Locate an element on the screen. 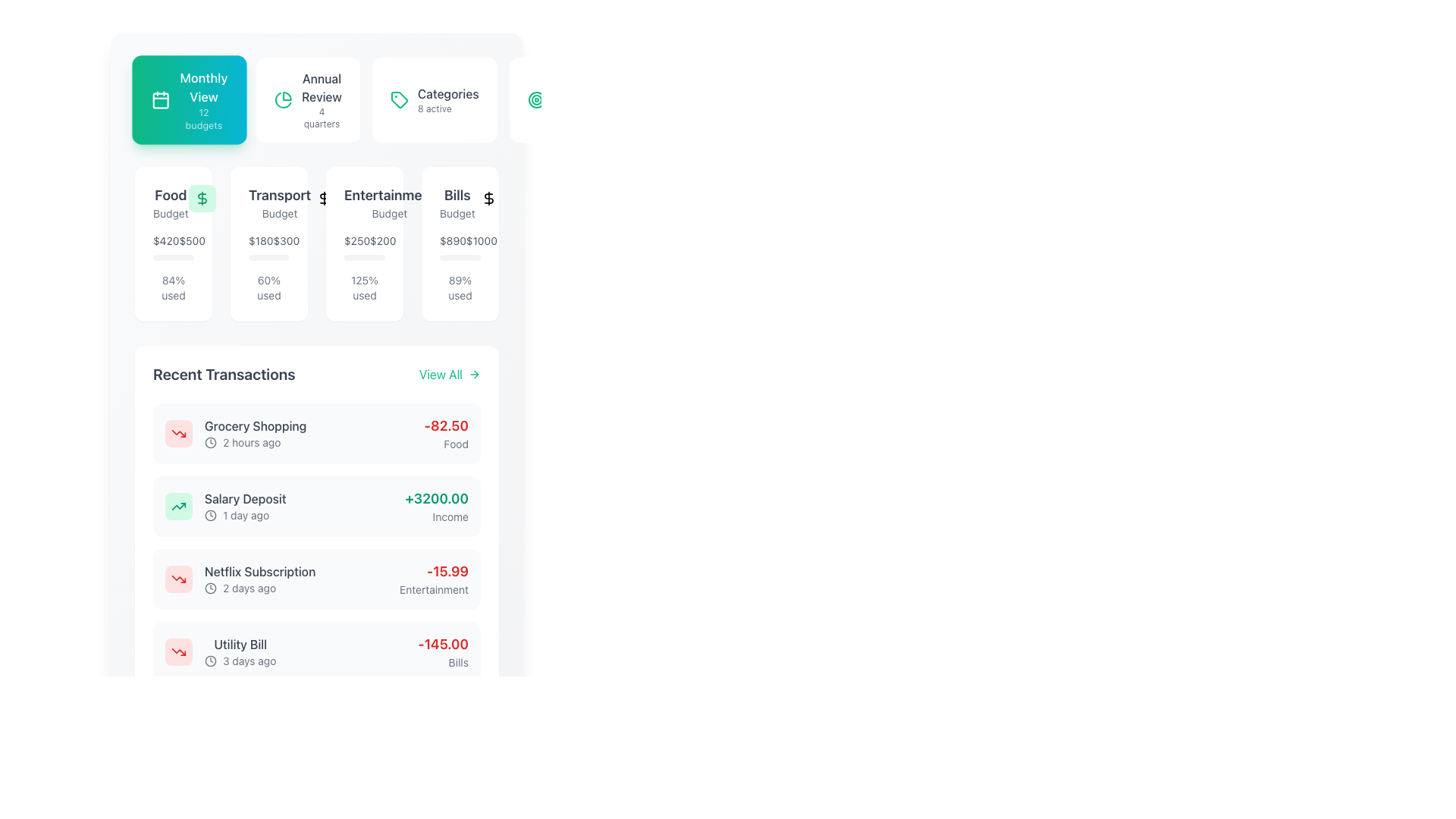 The height and width of the screenshot is (819, 1456). text label displaying 'Food' located below the red-highlighted monetary value '-82.50' in the 'Recent Transactions' section is located at coordinates (445, 444).